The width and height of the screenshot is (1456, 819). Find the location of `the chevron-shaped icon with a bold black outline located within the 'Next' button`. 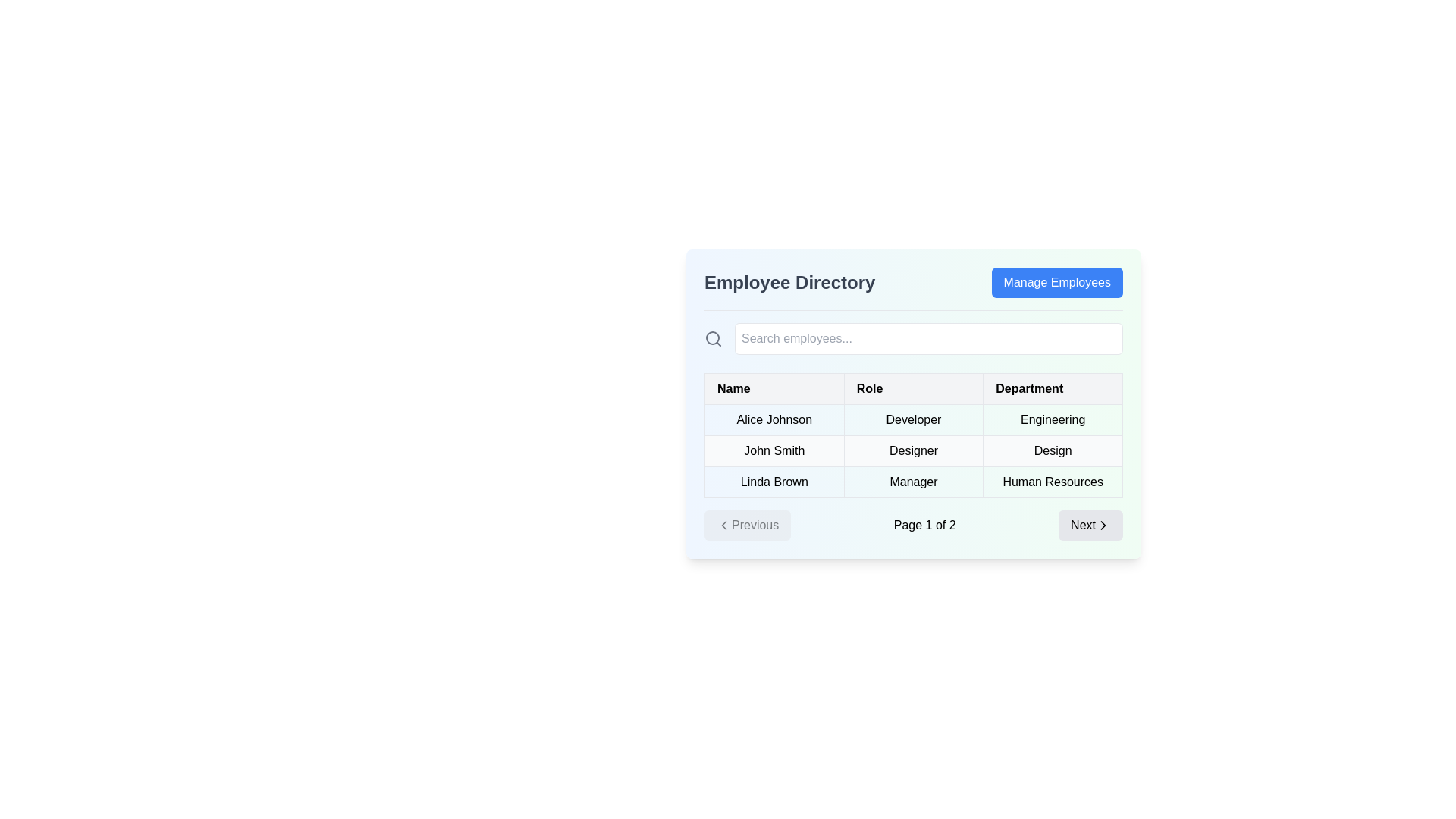

the chevron-shaped icon with a bold black outline located within the 'Next' button is located at coordinates (1103, 525).